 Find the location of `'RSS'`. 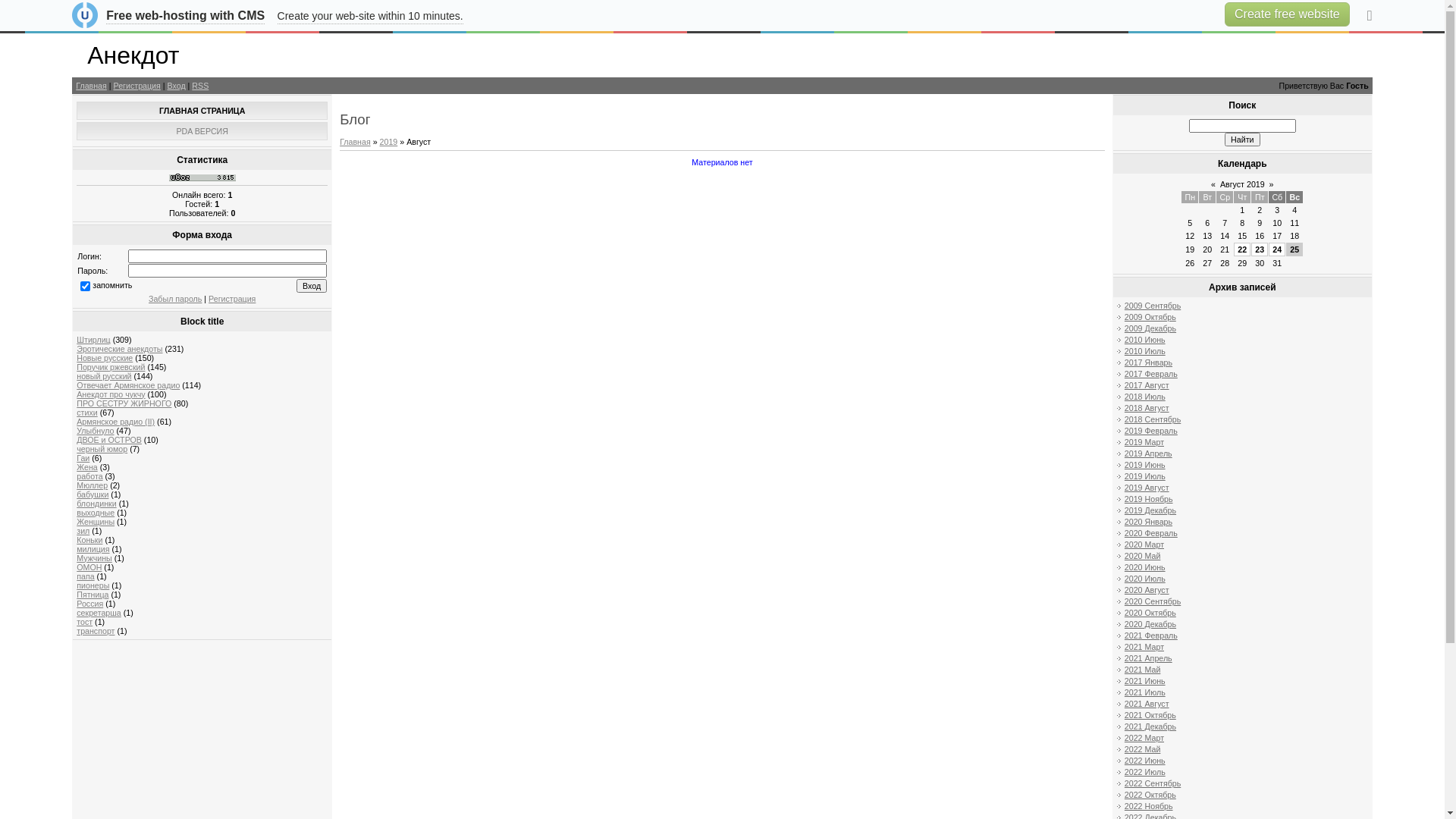

'RSS' is located at coordinates (191, 85).